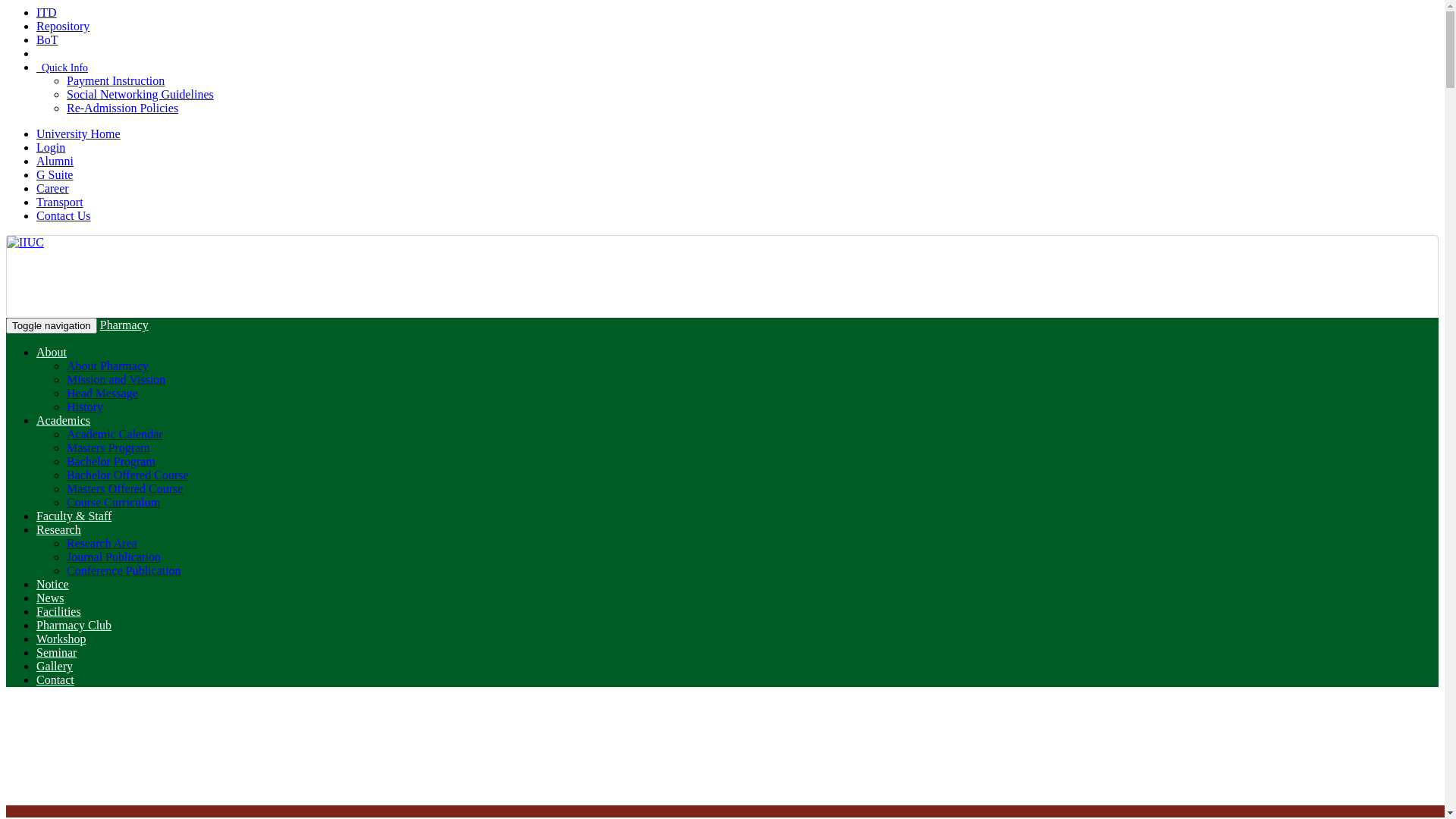  I want to click on 'Repository', so click(61, 26).